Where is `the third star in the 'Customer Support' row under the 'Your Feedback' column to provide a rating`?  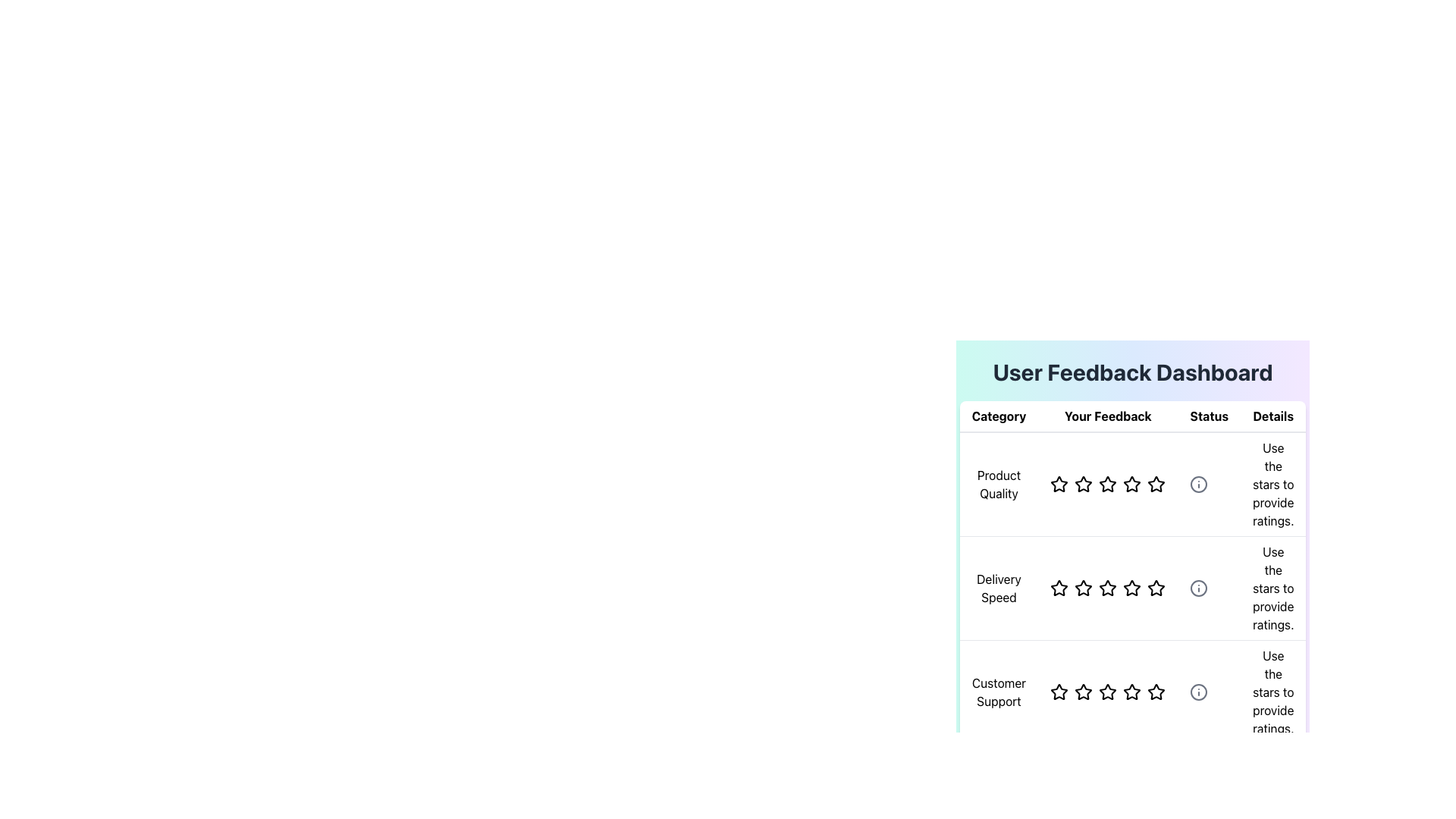
the third star in the 'Customer Support' row under the 'Your Feedback' column to provide a rating is located at coordinates (1108, 692).